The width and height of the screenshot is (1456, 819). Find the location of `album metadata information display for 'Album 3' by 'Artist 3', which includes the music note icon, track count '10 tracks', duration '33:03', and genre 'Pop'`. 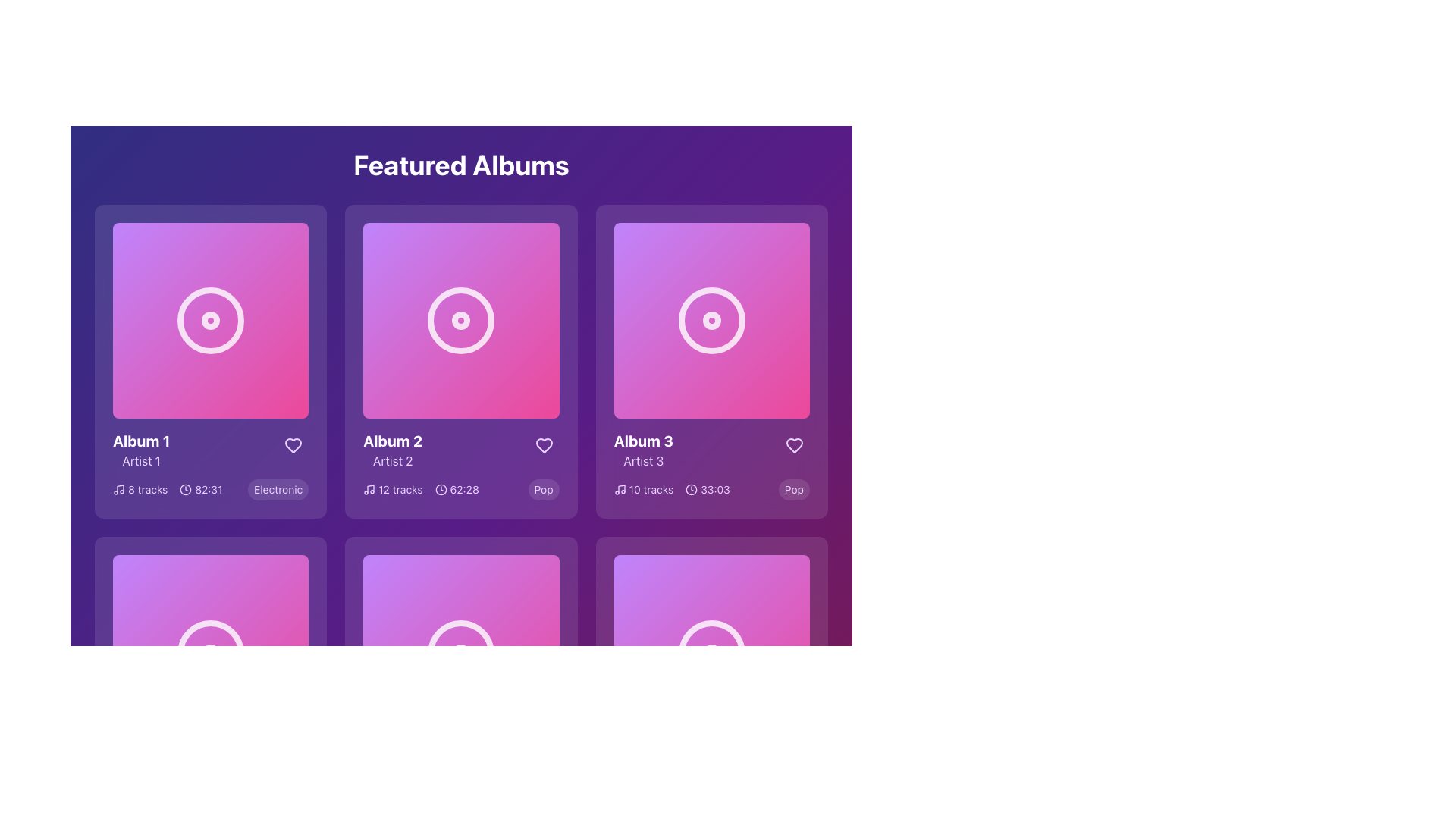

album metadata information display for 'Album 3' by 'Artist 3', which includes the music note icon, track count '10 tracks', duration '33:03', and genre 'Pop' is located at coordinates (711, 490).